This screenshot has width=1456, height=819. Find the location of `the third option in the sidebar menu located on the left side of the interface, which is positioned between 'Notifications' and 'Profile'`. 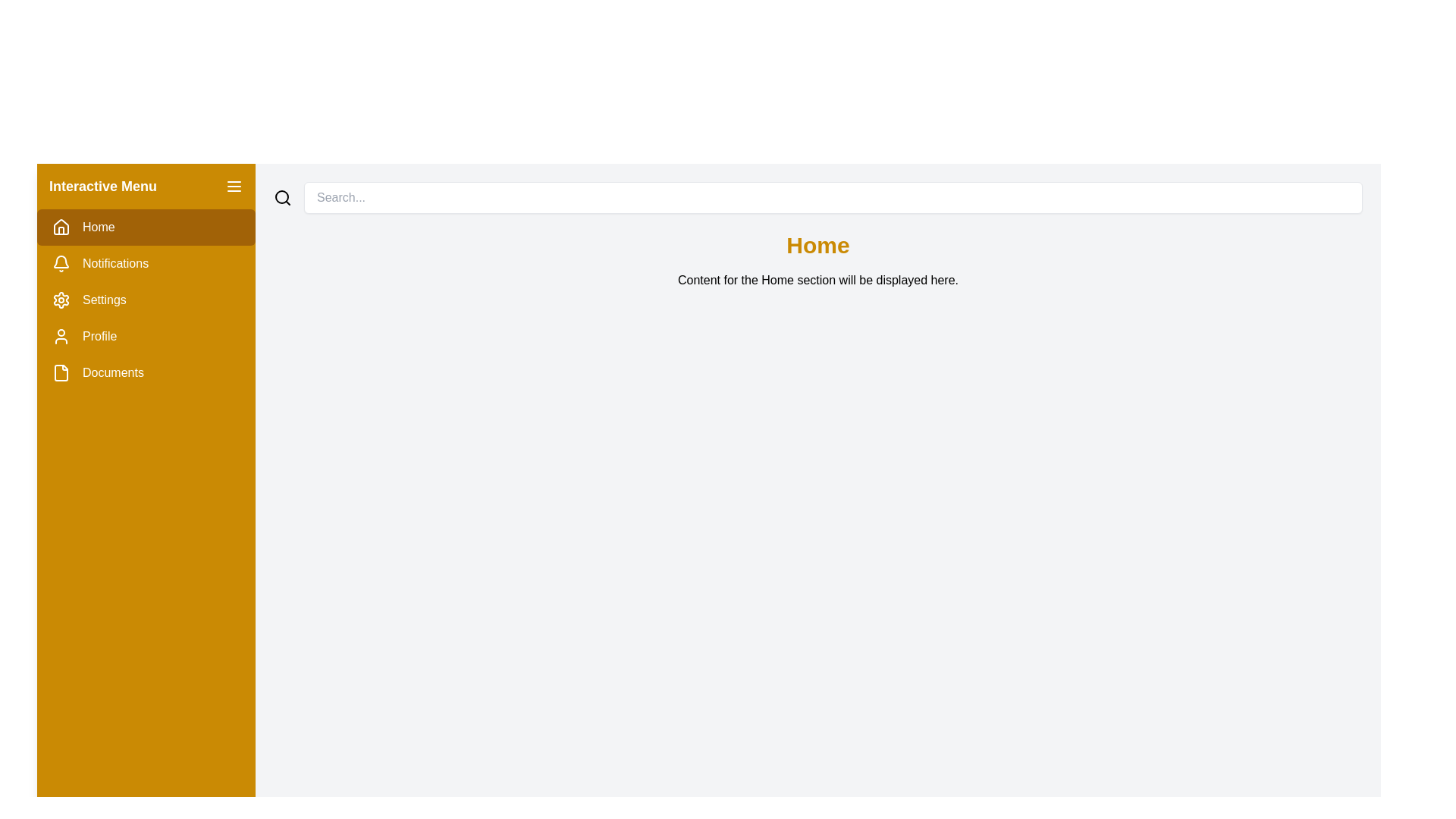

the third option in the sidebar menu located on the left side of the interface, which is positioned between 'Notifications' and 'Profile' is located at coordinates (146, 300).